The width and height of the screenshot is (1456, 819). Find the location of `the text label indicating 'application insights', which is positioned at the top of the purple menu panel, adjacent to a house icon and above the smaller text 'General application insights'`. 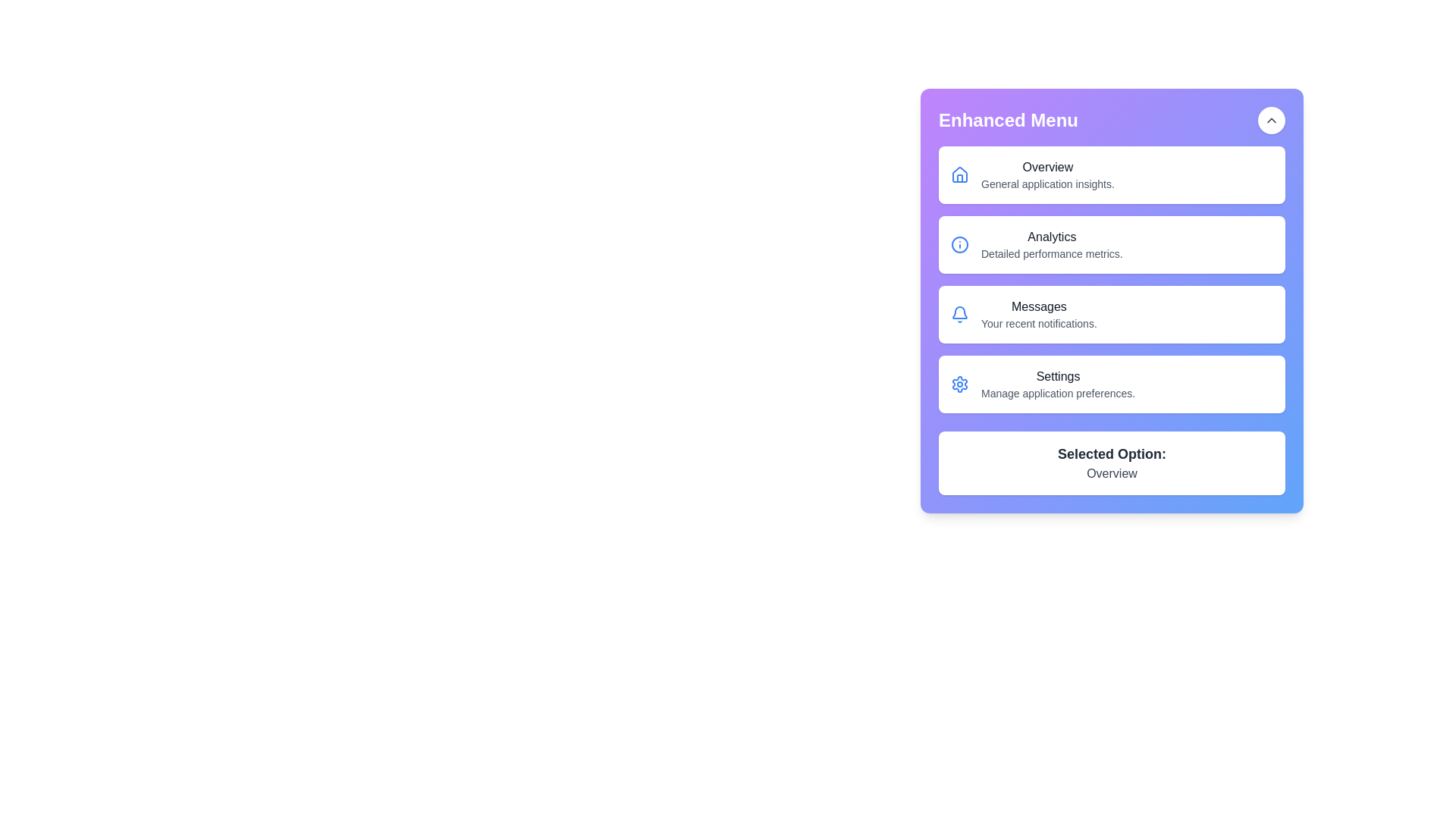

the text label indicating 'application insights', which is positioned at the top of the purple menu panel, adjacent to a house icon and above the smaller text 'General application insights' is located at coordinates (1047, 167).